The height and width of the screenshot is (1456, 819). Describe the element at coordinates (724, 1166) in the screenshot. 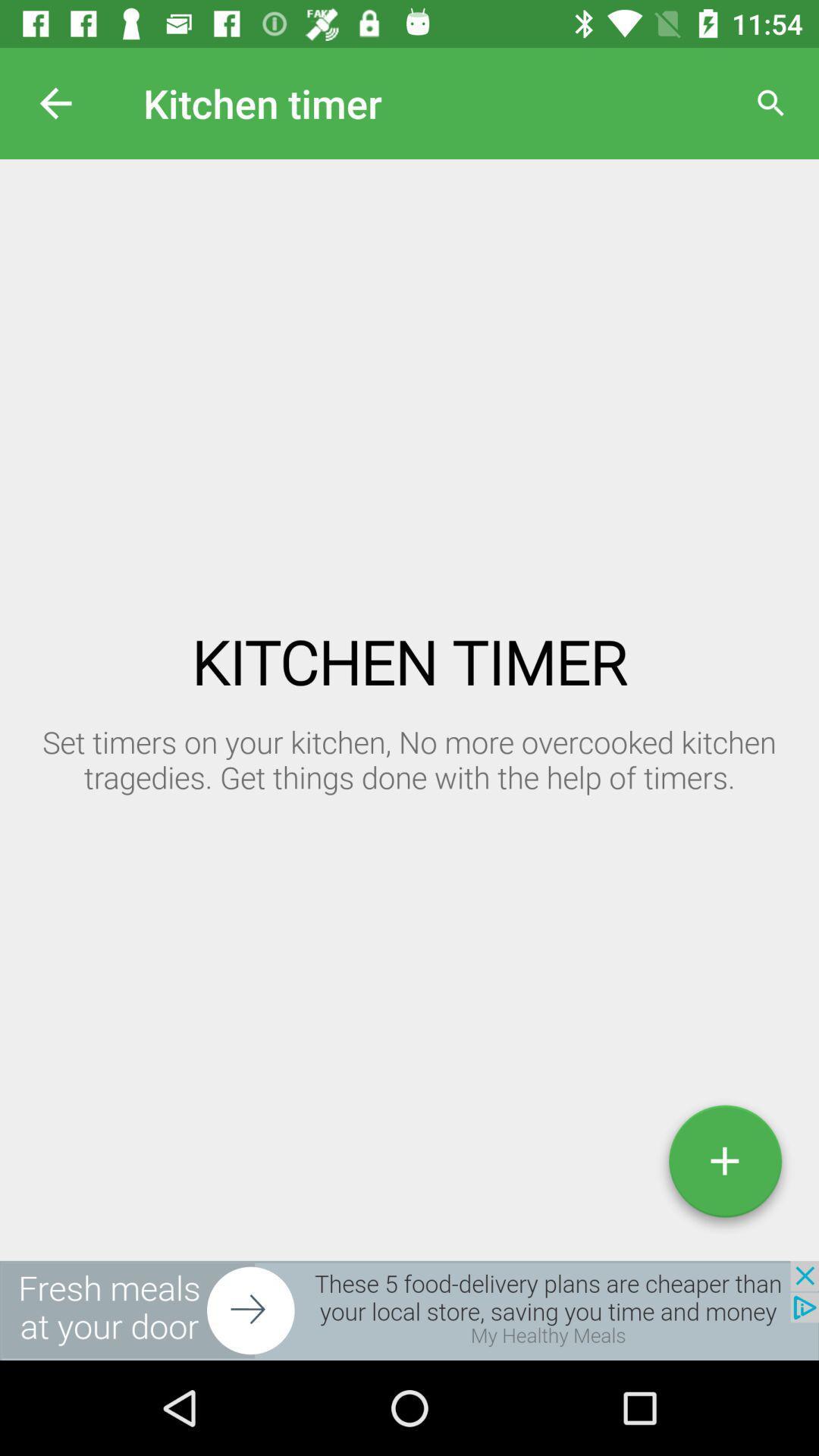

I see `the add icon` at that location.